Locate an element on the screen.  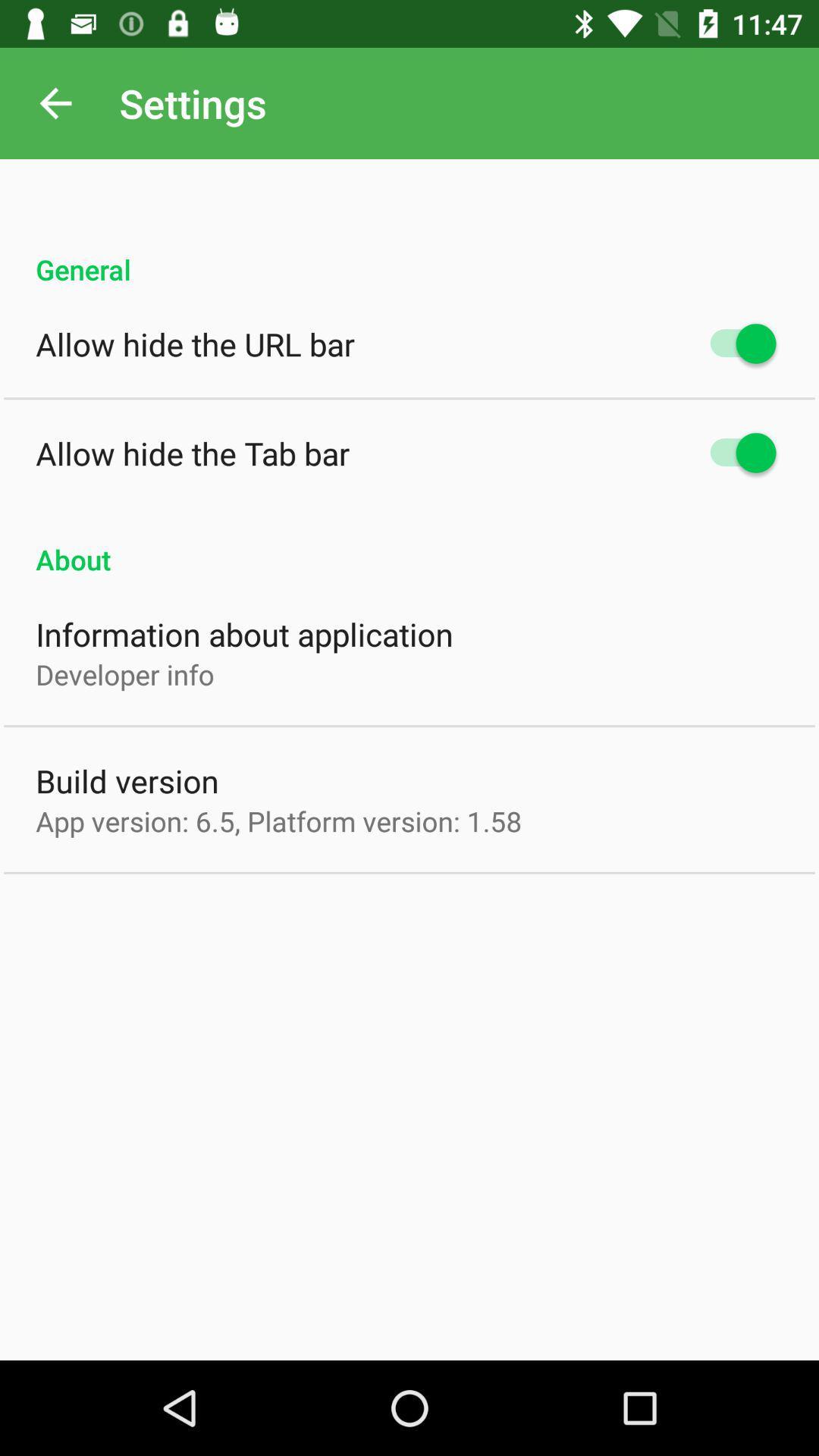
the build version item is located at coordinates (127, 780).